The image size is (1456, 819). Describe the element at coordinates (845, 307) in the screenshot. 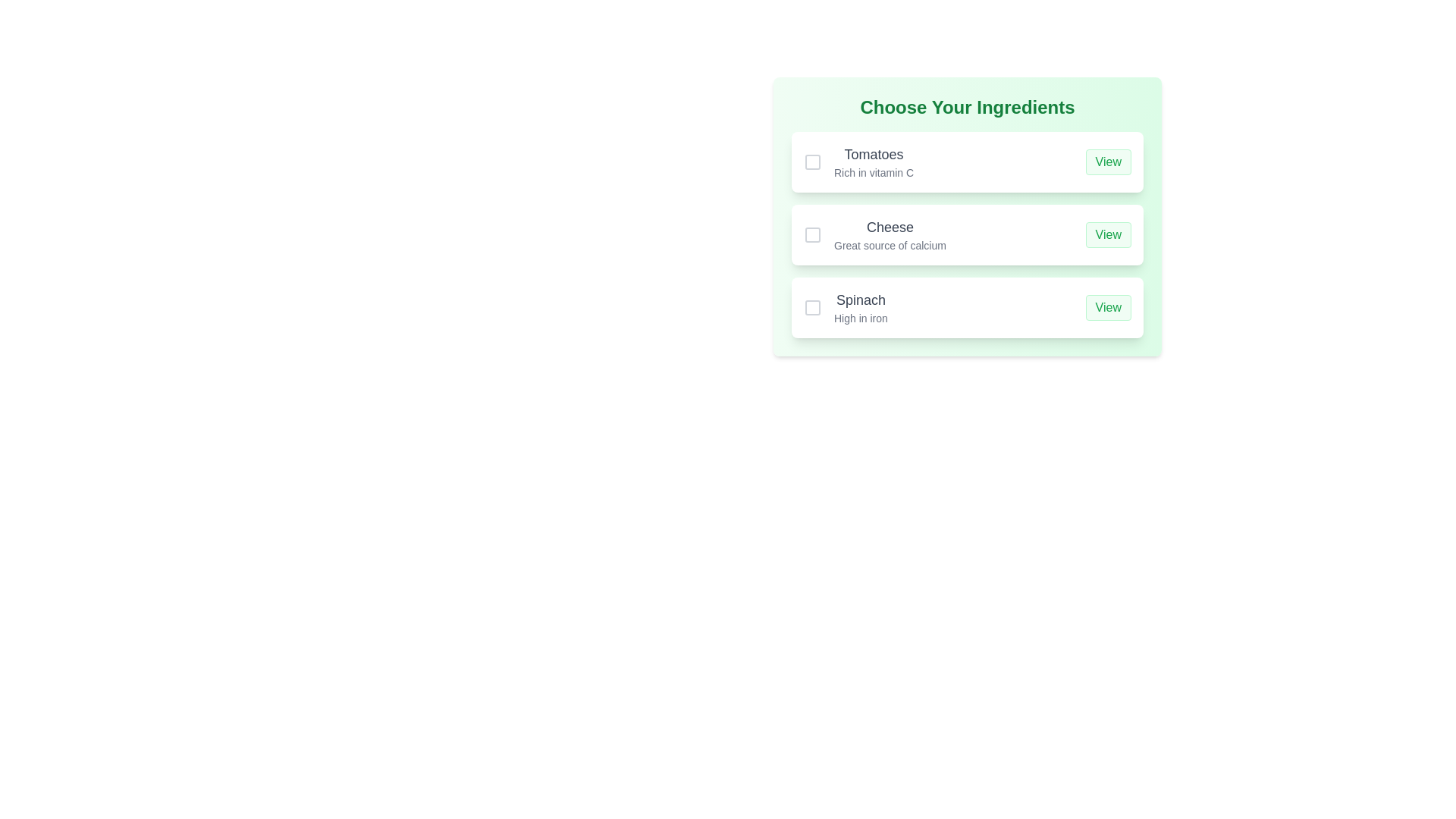

I see `the 'Spinach' label, which displays 'Spinach' in a bold font and 'High in iron' in a smaller, gray font below it, located under the 'Choose Your Ingredients' section` at that location.